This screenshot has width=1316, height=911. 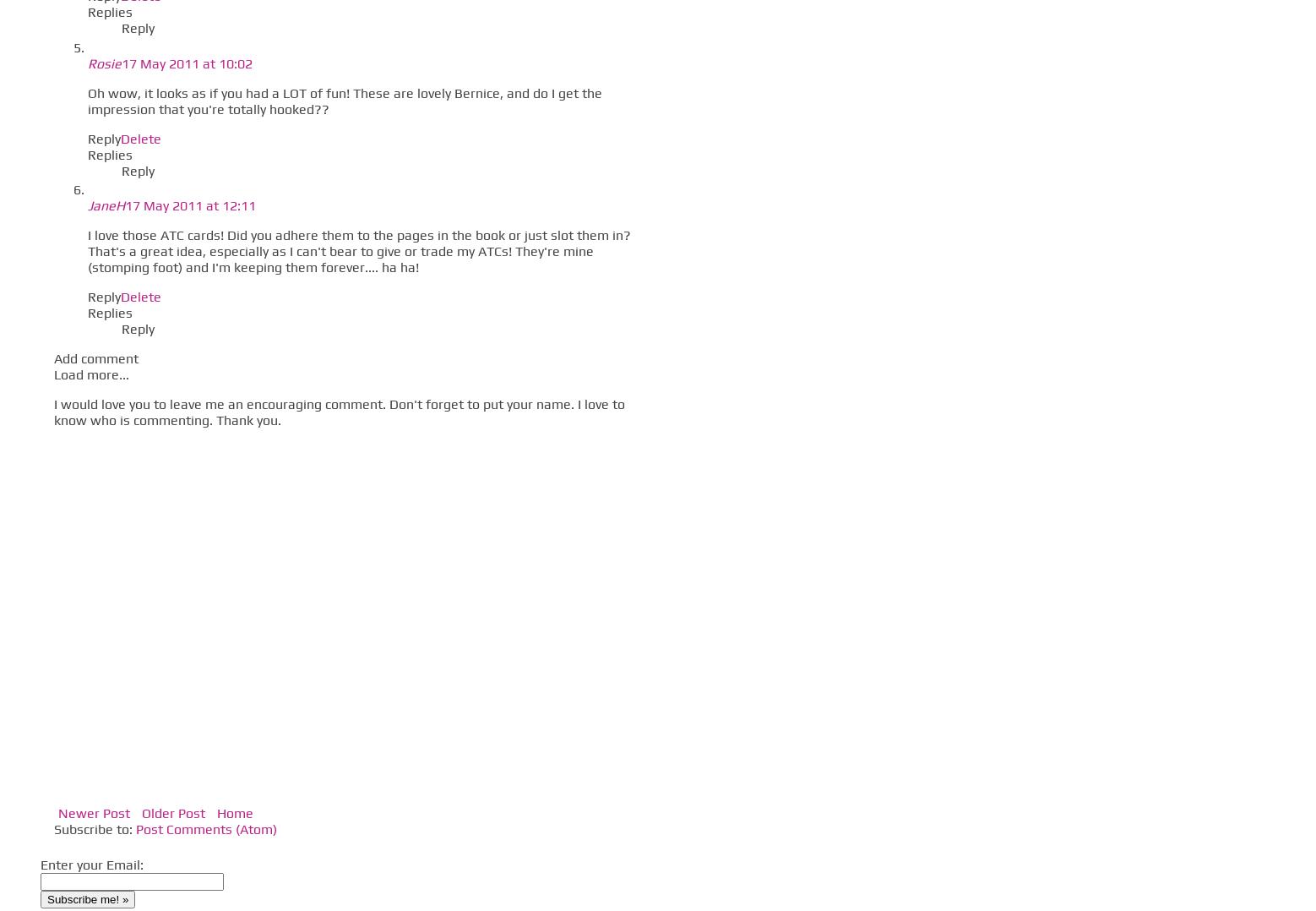 I want to click on '17 May 2011 at 10:02', so click(x=120, y=63).